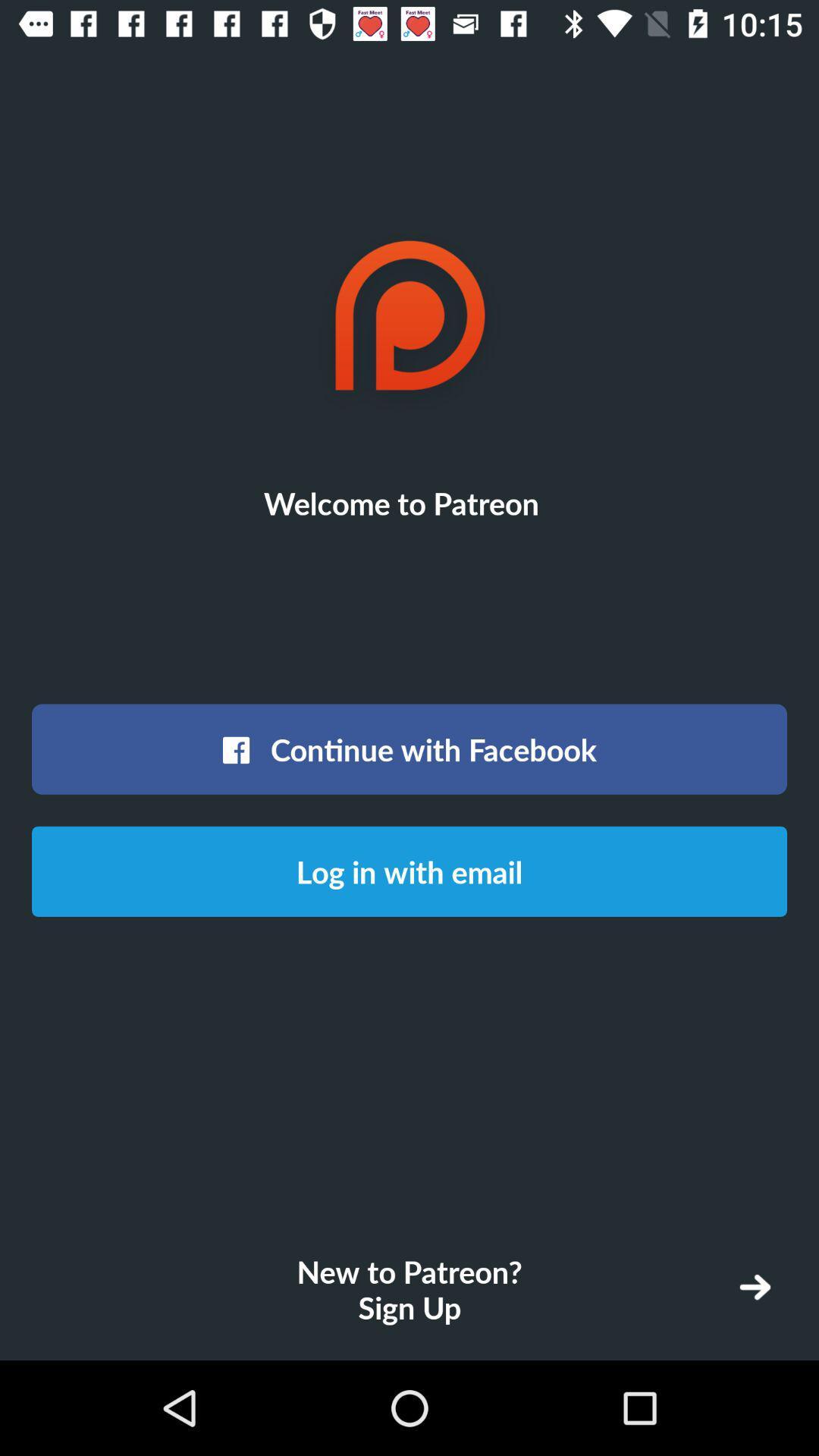  What do you see at coordinates (409, 871) in the screenshot?
I see `log in with` at bounding box center [409, 871].